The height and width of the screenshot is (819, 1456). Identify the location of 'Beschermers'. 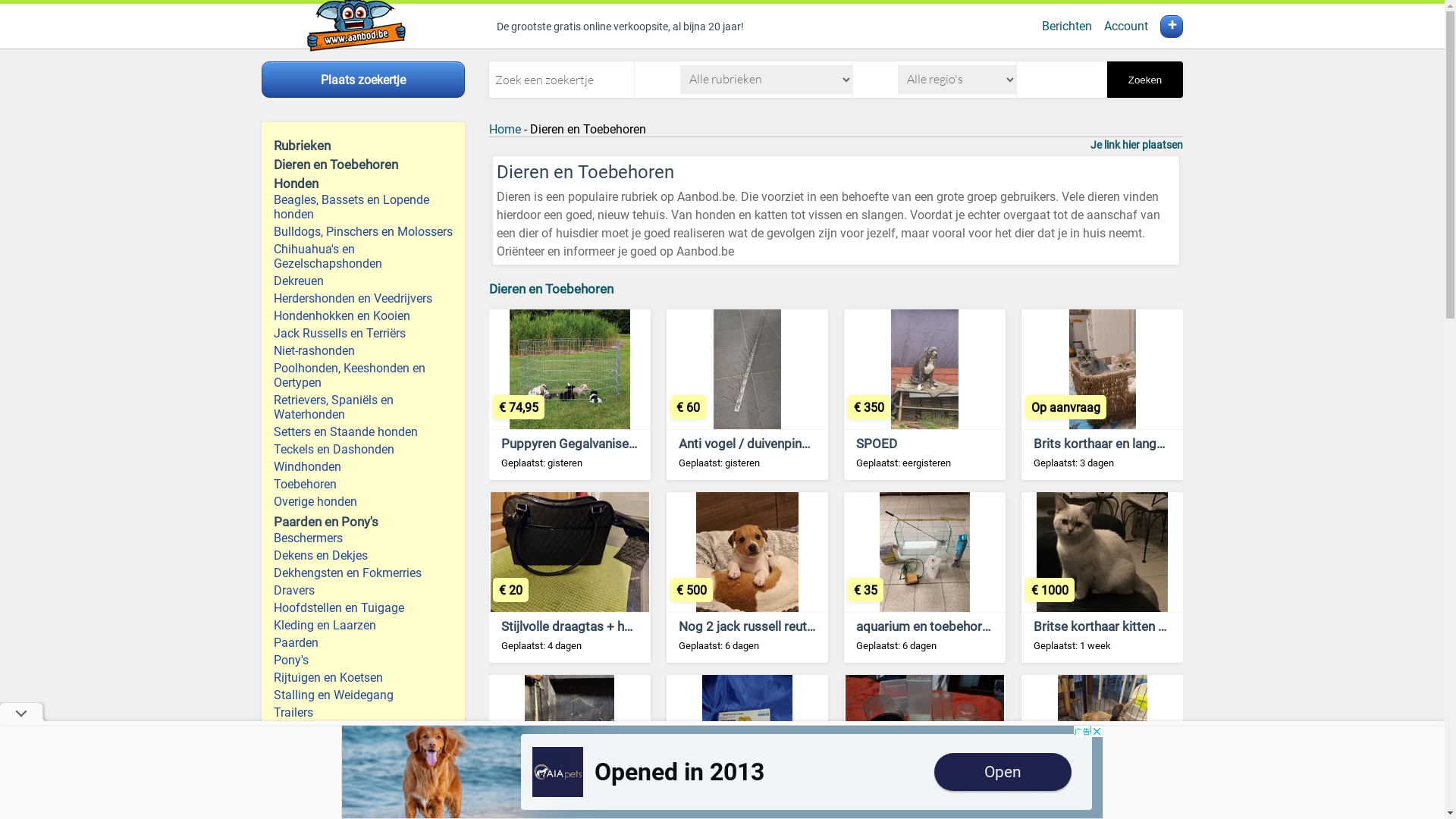
(273, 537).